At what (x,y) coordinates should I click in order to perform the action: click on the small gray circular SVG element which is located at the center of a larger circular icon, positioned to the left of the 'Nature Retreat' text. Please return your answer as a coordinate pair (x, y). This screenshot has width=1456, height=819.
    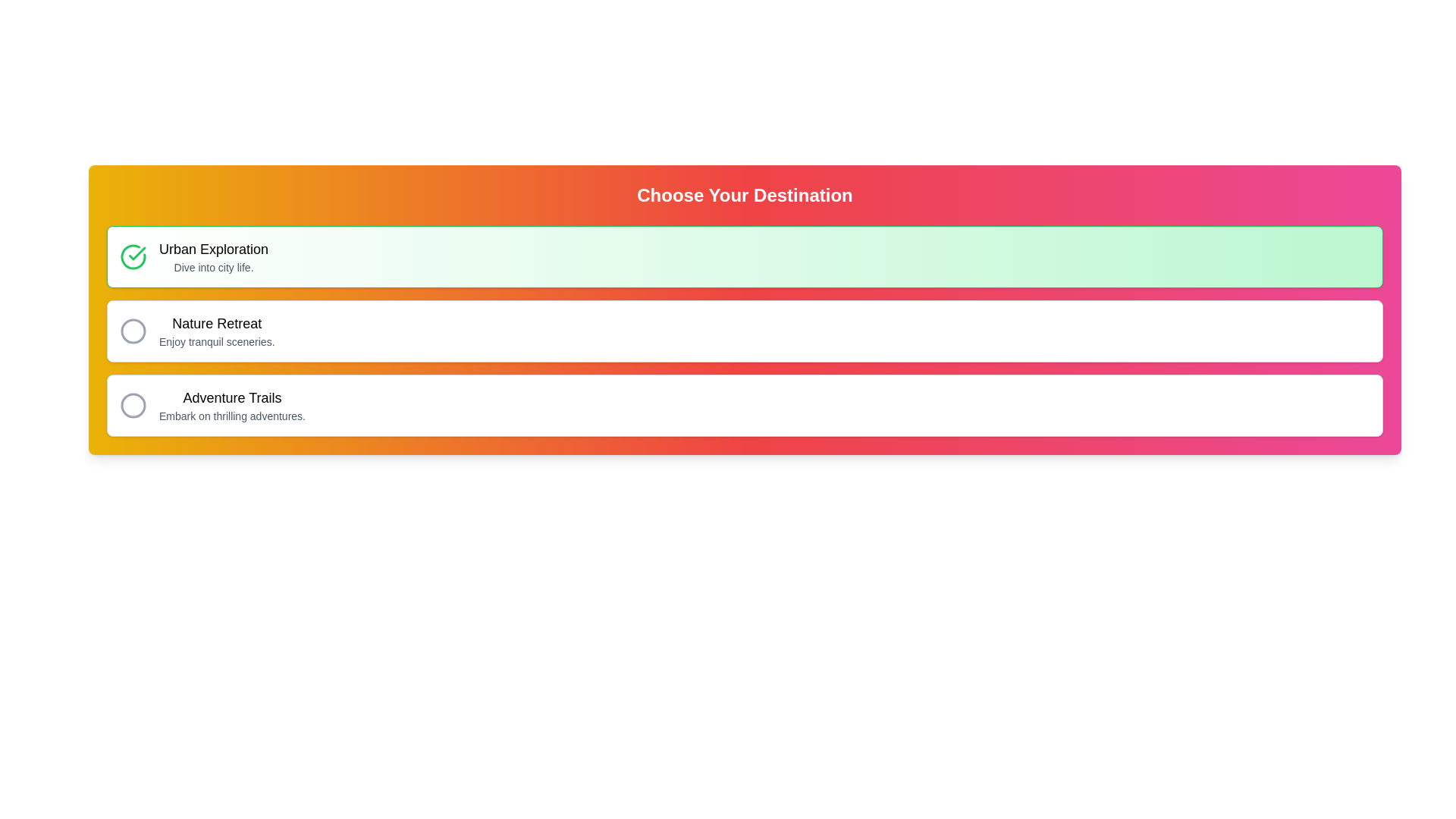
    Looking at the image, I should click on (133, 330).